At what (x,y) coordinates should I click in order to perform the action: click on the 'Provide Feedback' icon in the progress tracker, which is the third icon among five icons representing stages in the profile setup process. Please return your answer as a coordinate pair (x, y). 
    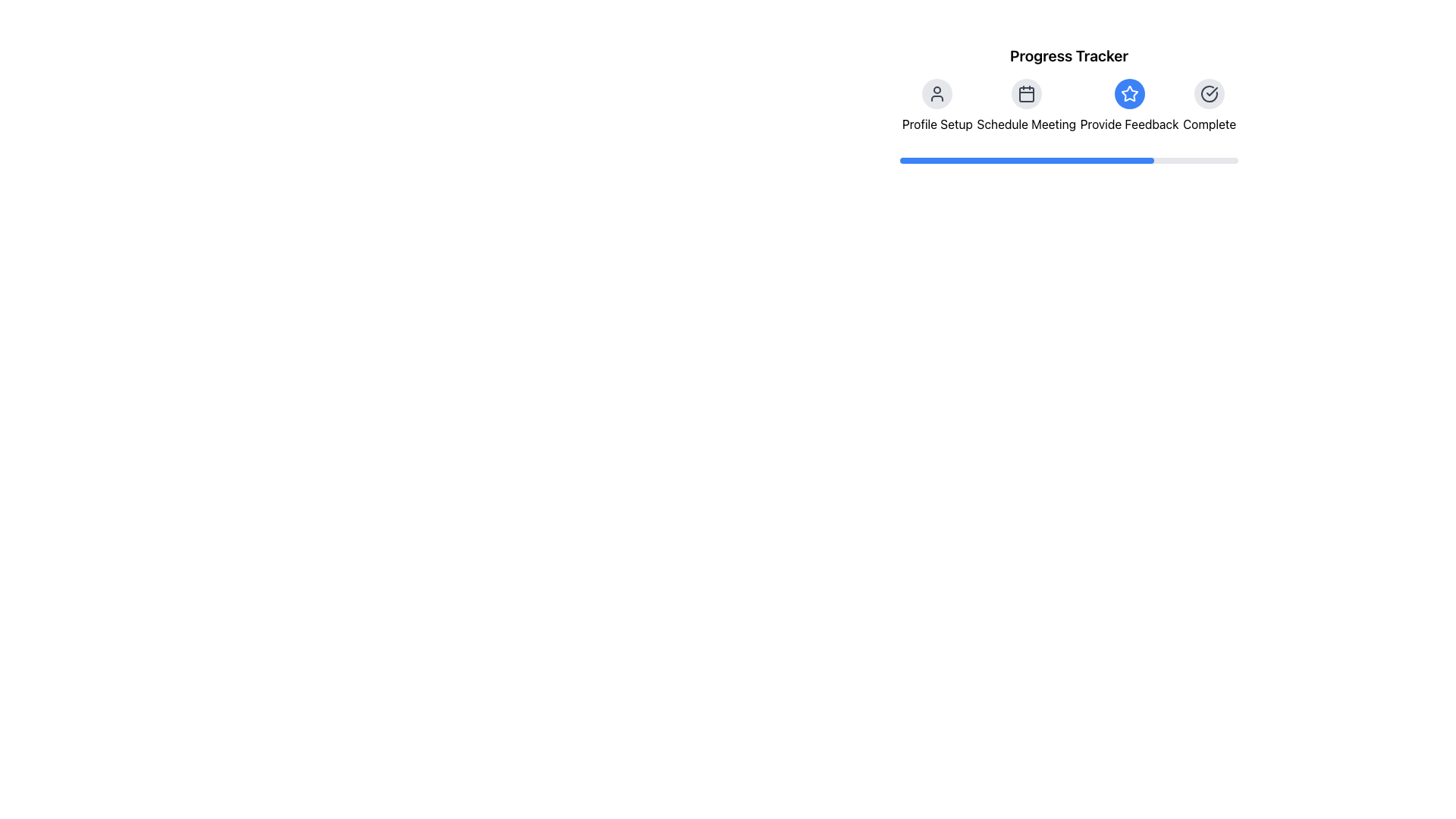
    Looking at the image, I should click on (1129, 93).